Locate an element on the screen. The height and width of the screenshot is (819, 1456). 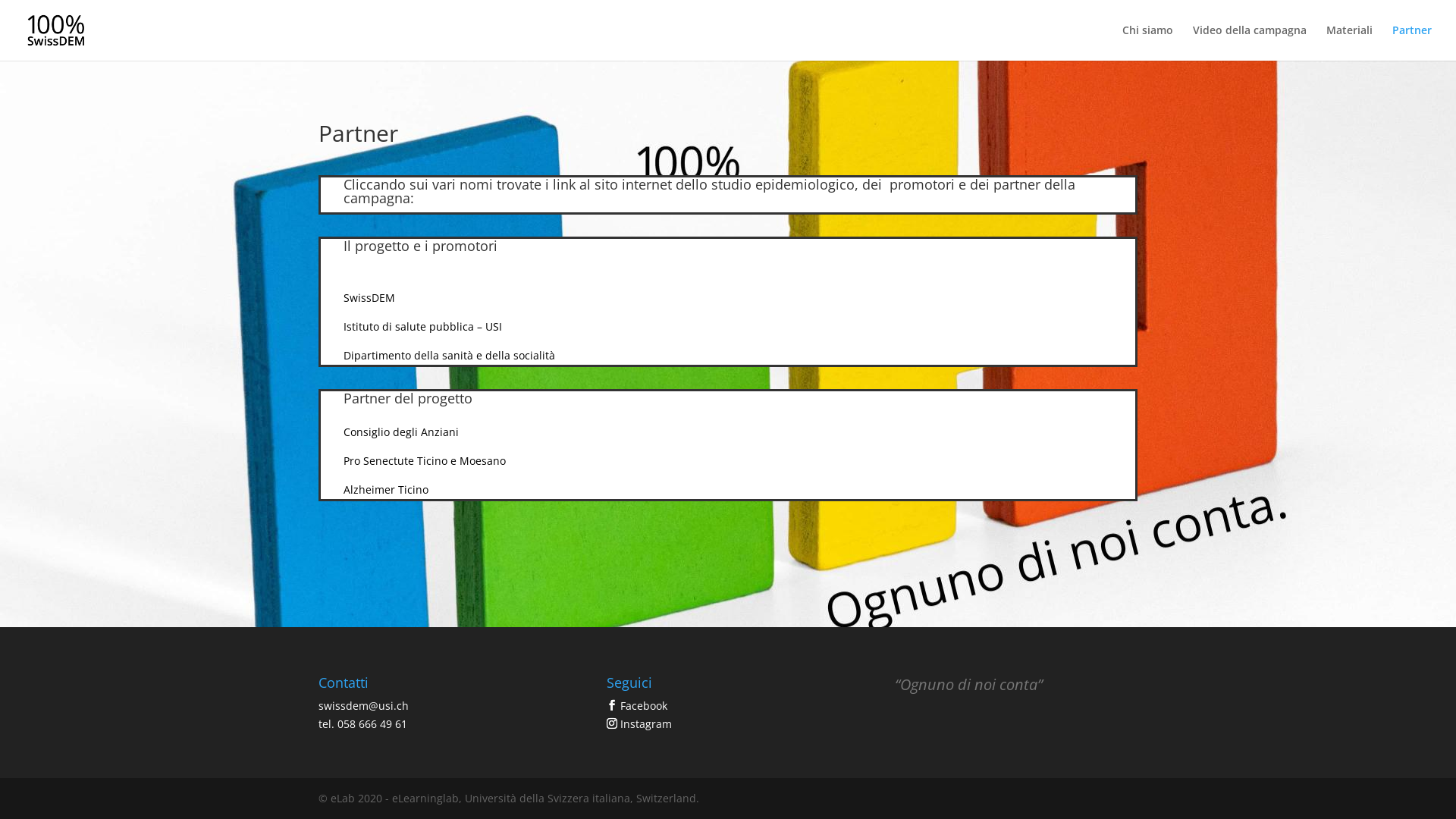
'Alzheimer Ticino' is located at coordinates (385, 489).